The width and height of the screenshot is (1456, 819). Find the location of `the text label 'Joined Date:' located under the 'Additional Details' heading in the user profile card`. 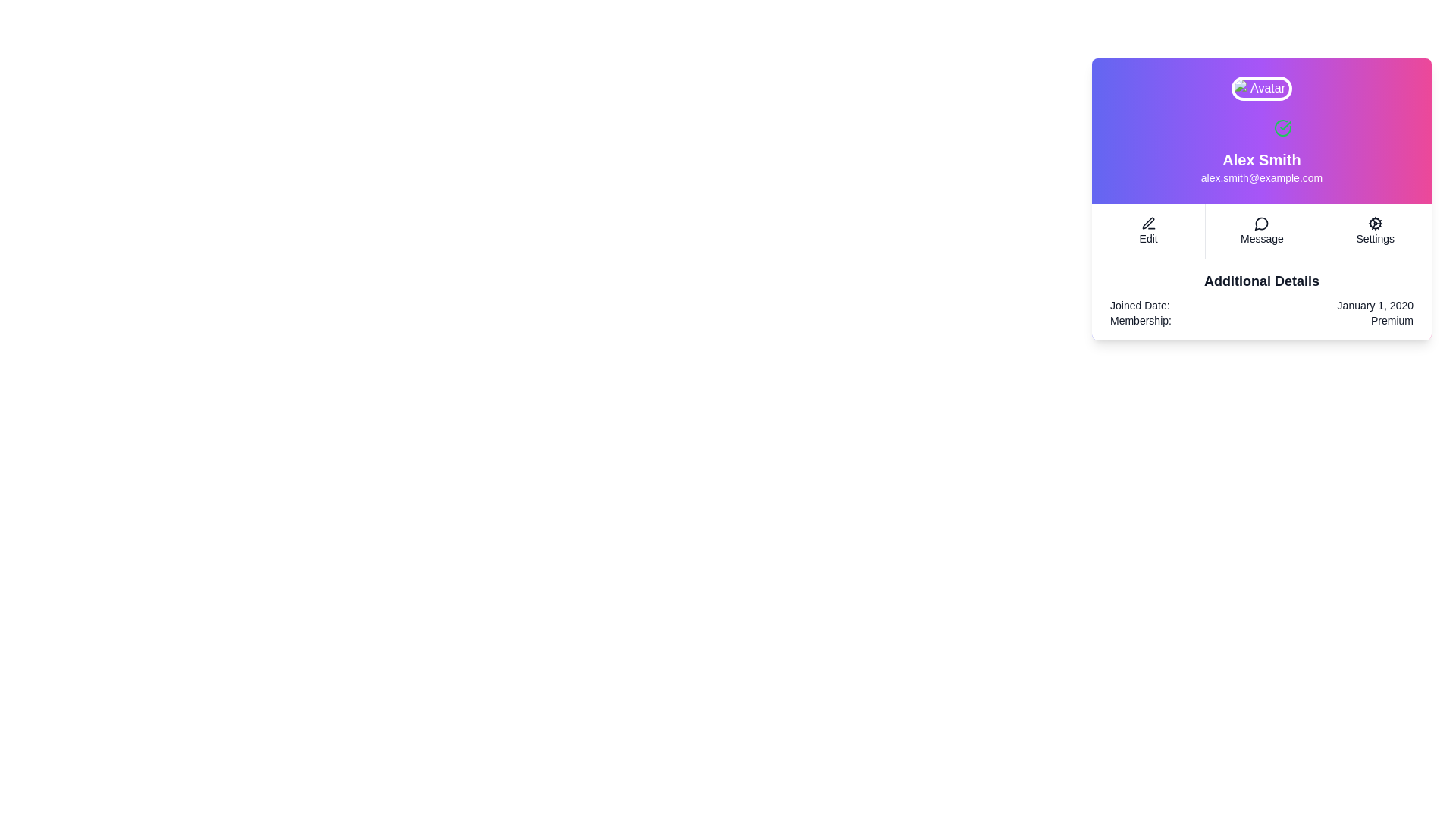

the text label 'Joined Date:' located under the 'Additional Details' heading in the user profile card is located at coordinates (1140, 305).